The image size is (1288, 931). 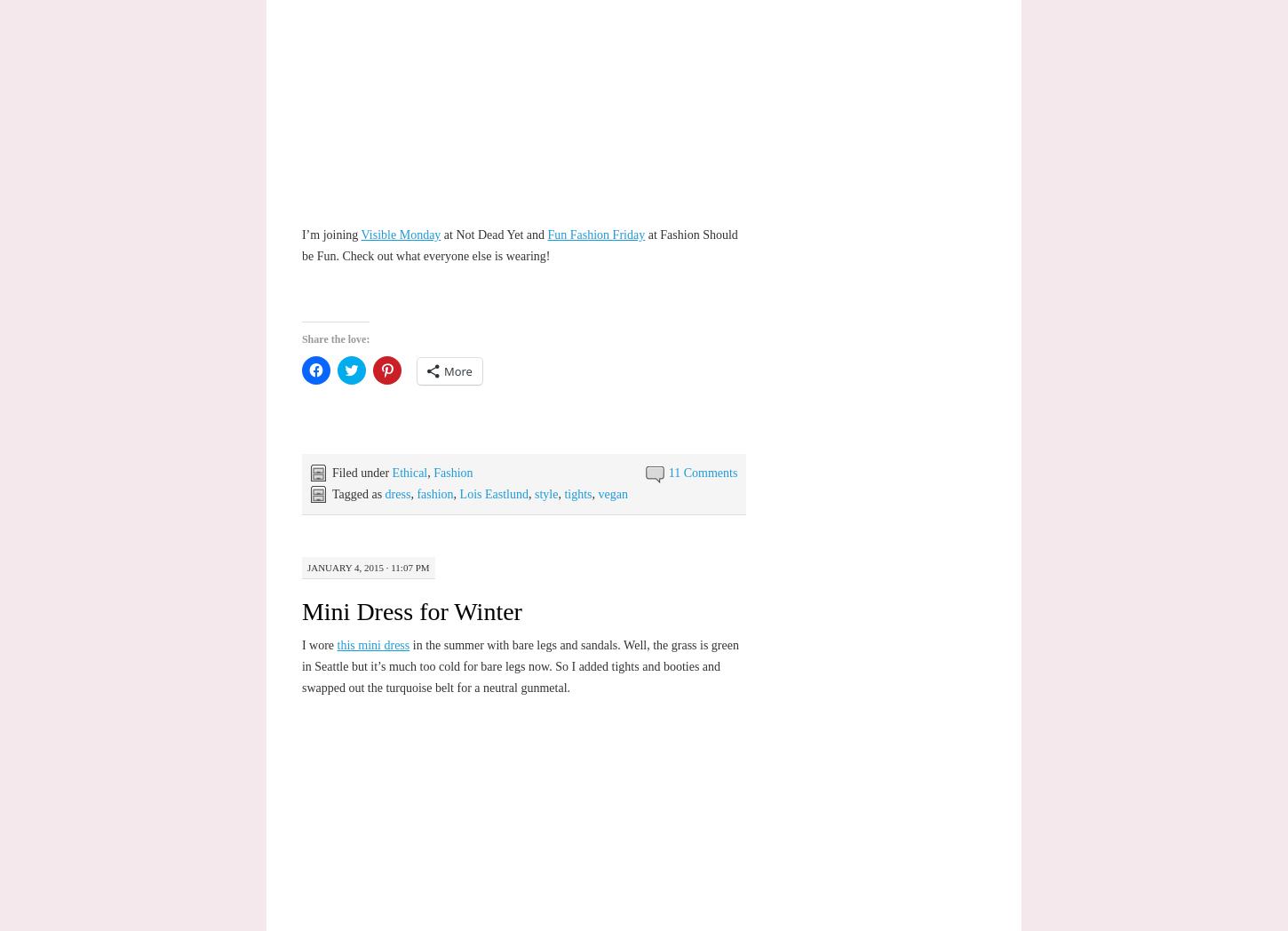 What do you see at coordinates (702, 472) in the screenshot?
I see `'11 Comments'` at bounding box center [702, 472].